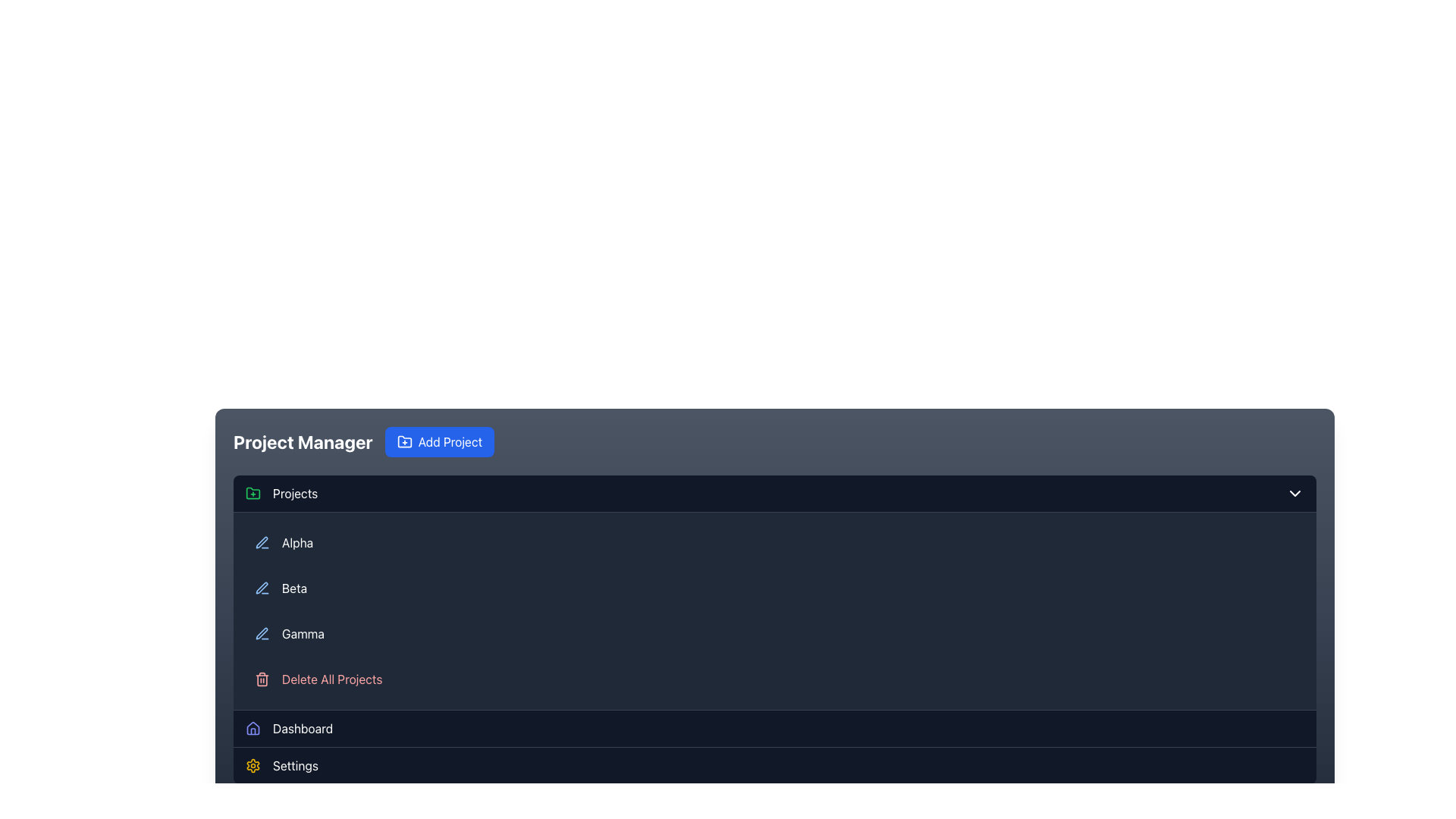 This screenshot has height=819, width=1456. I want to click on the 'Beta' button located in the second position of the vertical list under the 'Projects' section, so click(775, 587).